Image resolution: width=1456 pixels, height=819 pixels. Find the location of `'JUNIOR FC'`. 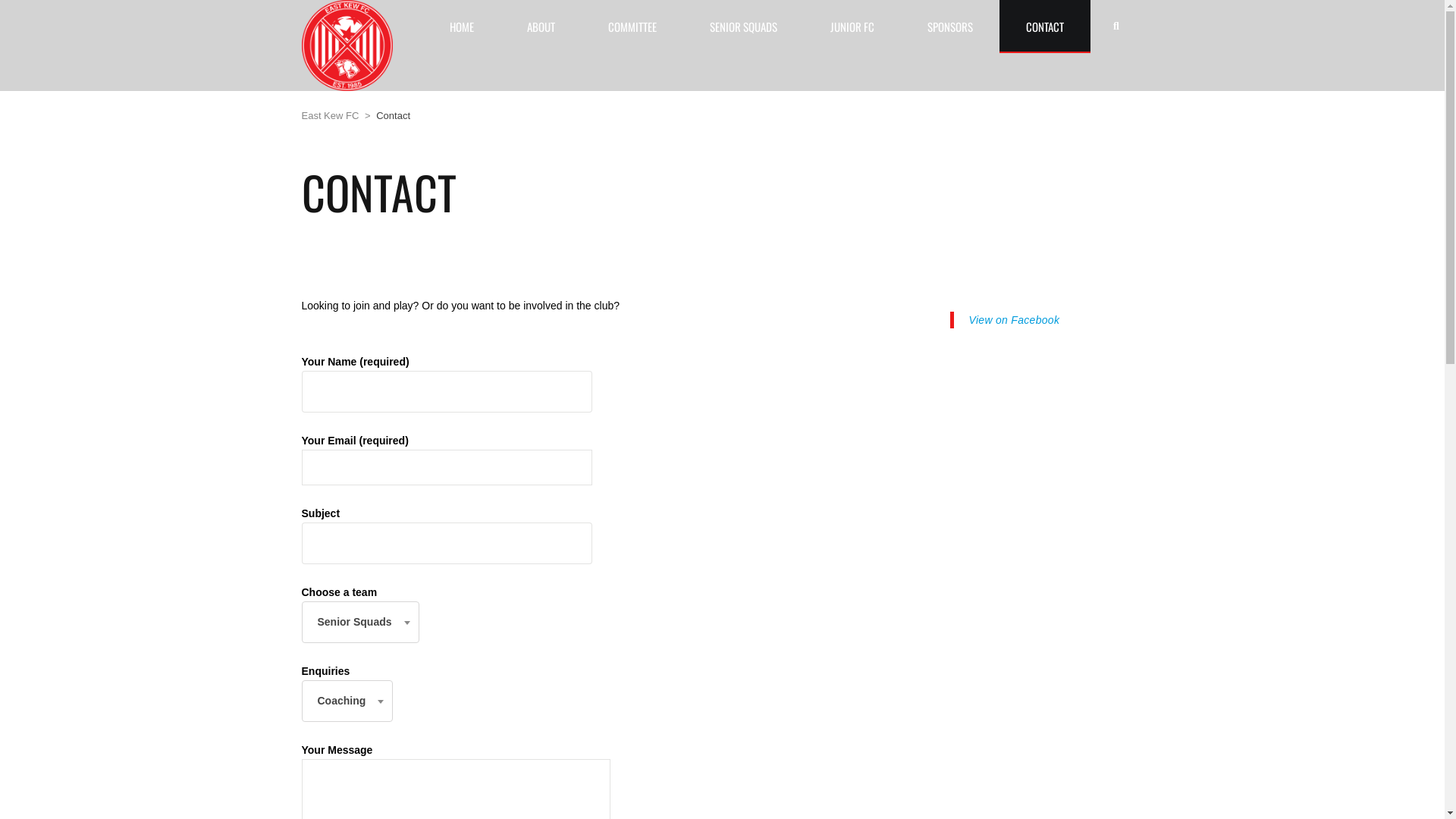

'JUNIOR FC' is located at coordinates (852, 26).